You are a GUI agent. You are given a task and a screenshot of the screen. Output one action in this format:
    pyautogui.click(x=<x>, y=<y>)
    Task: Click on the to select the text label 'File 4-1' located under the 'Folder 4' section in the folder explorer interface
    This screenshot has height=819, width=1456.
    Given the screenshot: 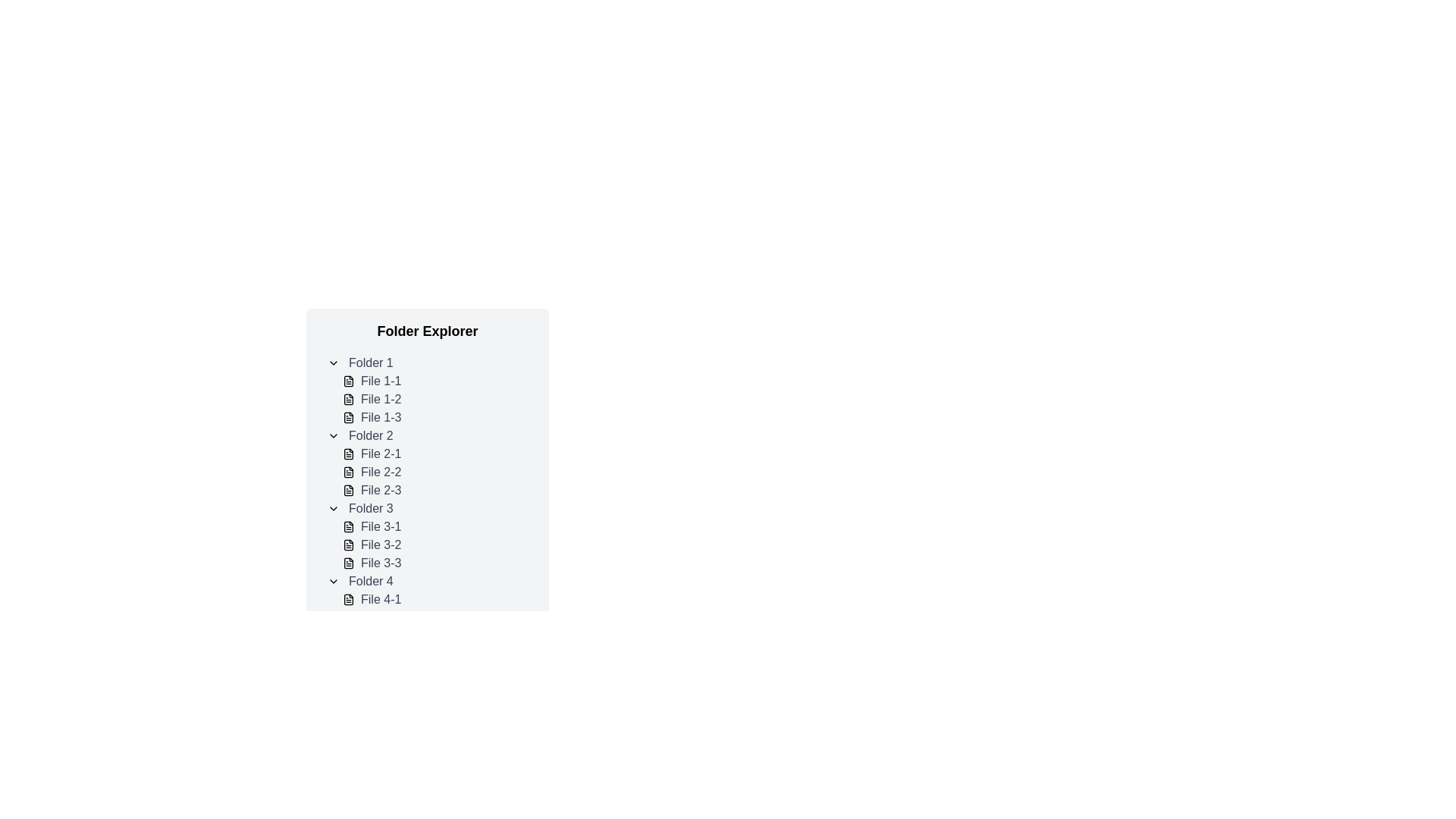 What is the action you would take?
    pyautogui.click(x=381, y=598)
    